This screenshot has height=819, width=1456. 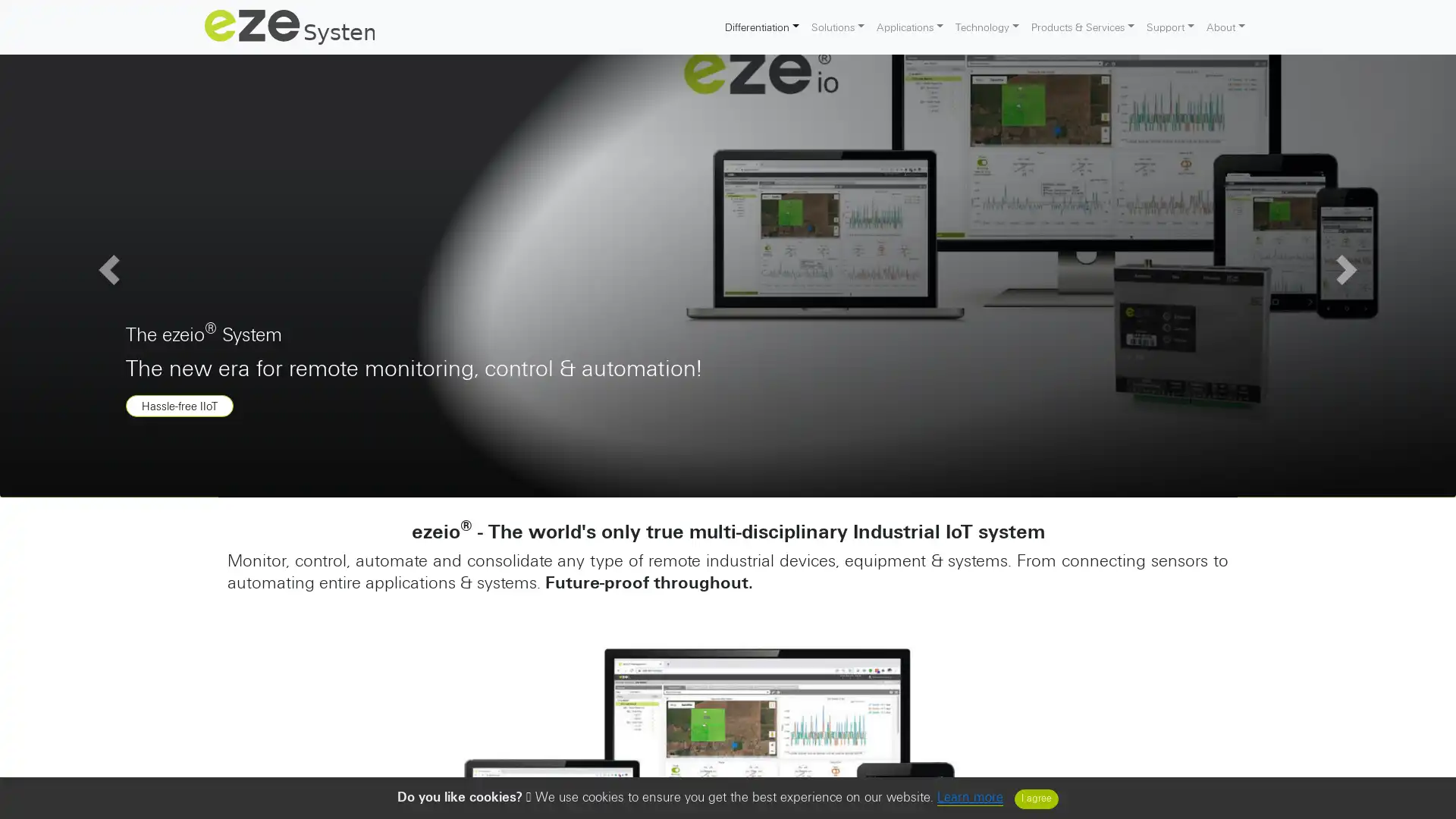 What do you see at coordinates (1036, 798) in the screenshot?
I see `Close` at bounding box center [1036, 798].